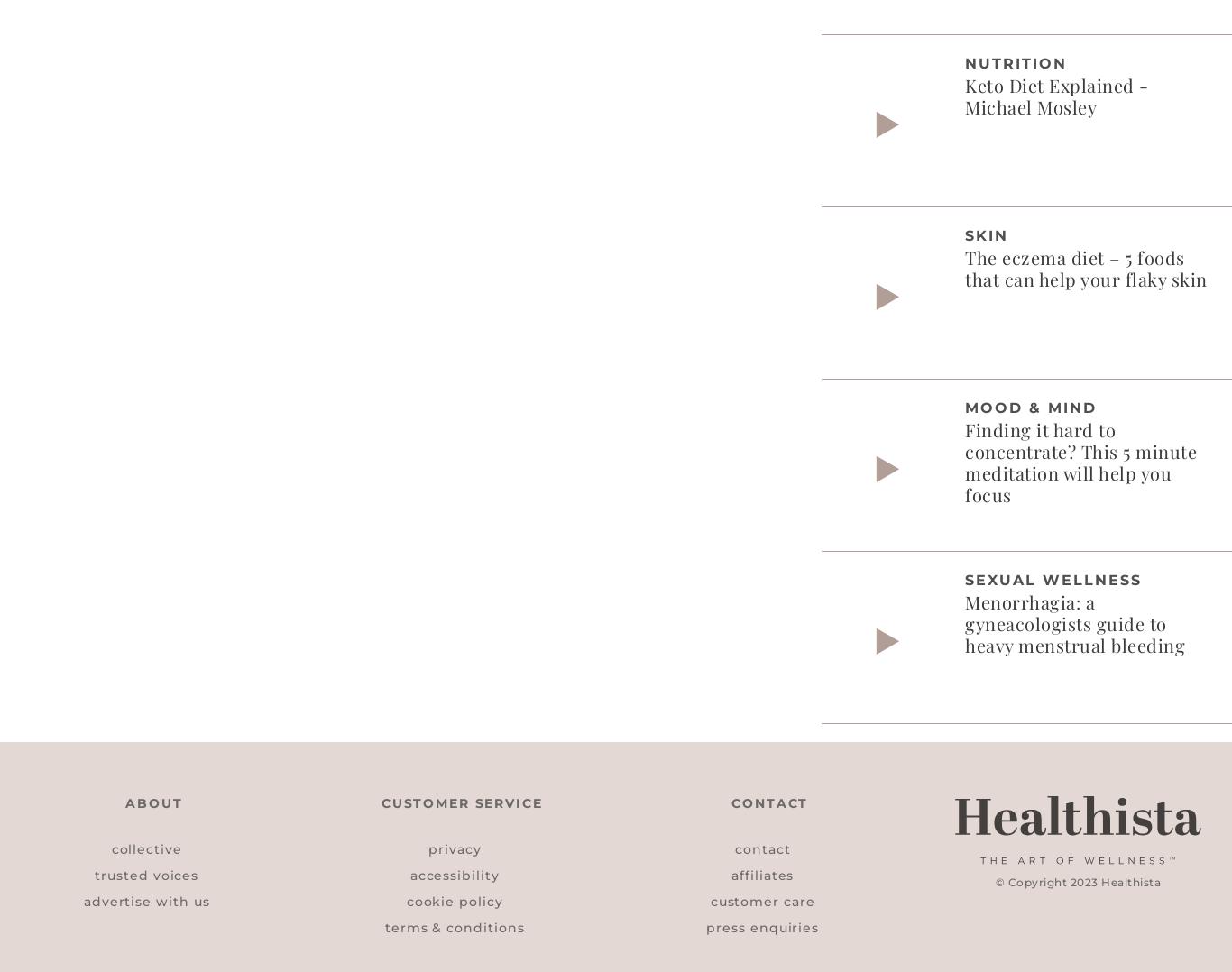 This screenshot has width=1232, height=972. I want to click on '© Copyright 2023', so click(1048, 881).